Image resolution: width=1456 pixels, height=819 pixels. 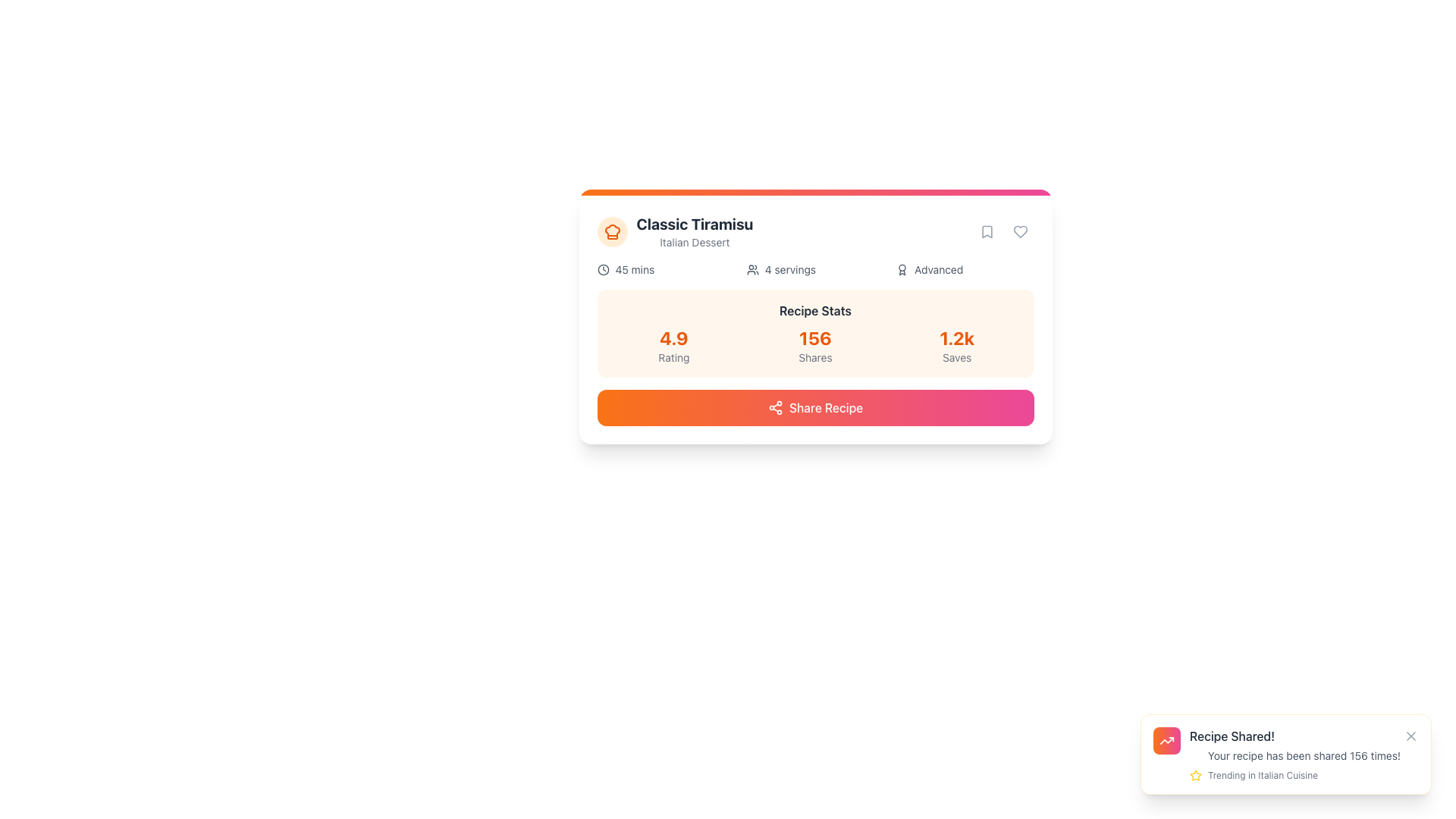 I want to click on the clock icon located near the text '45 mins', which is styled with simple lines and circles, and is black in color, so click(x=602, y=268).